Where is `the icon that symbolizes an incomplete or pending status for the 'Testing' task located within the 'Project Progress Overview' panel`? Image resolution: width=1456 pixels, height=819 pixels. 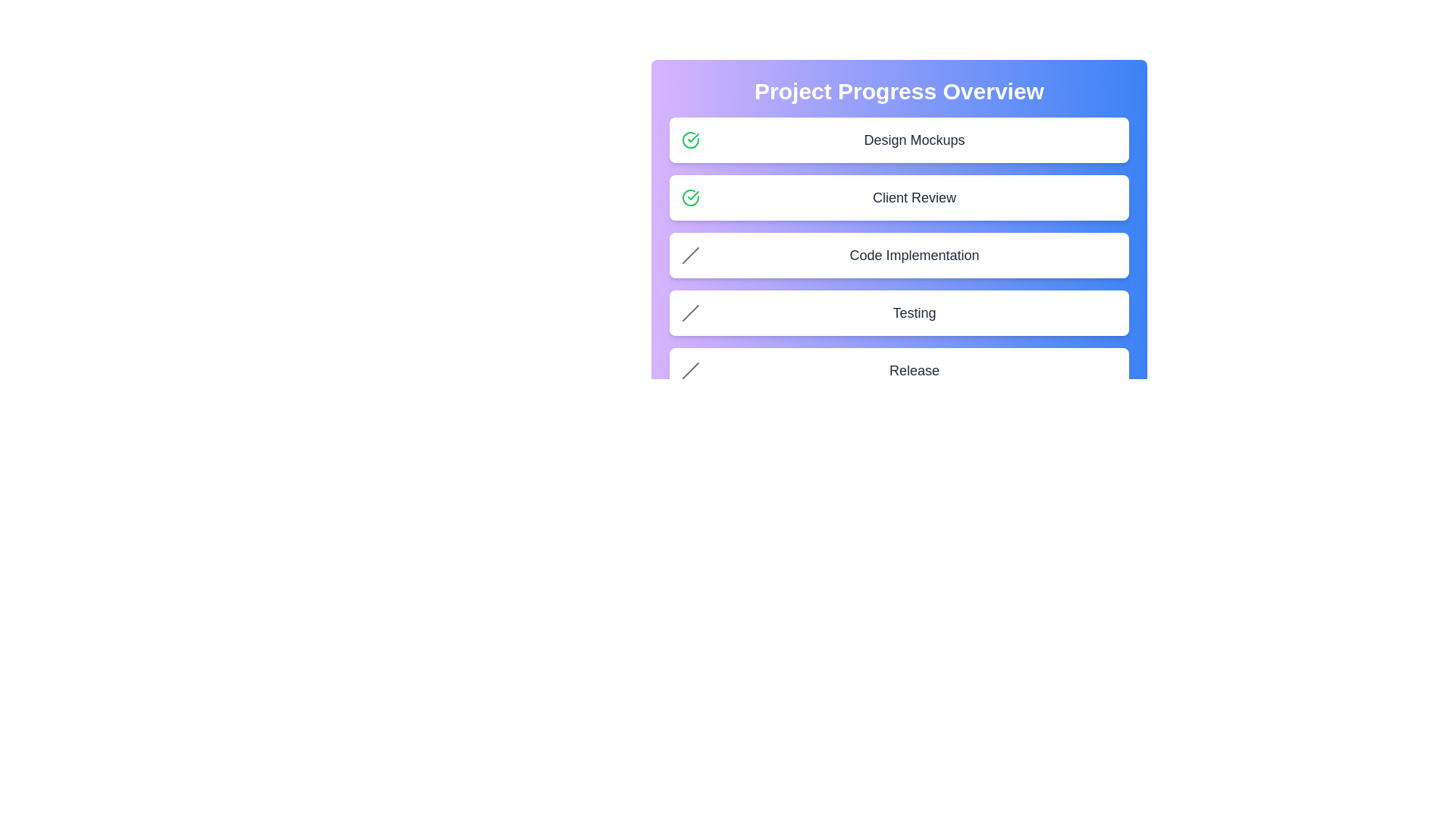 the icon that symbolizes an incomplete or pending status for the 'Testing' task located within the 'Project Progress Overview' panel is located at coordinates (690, 312).